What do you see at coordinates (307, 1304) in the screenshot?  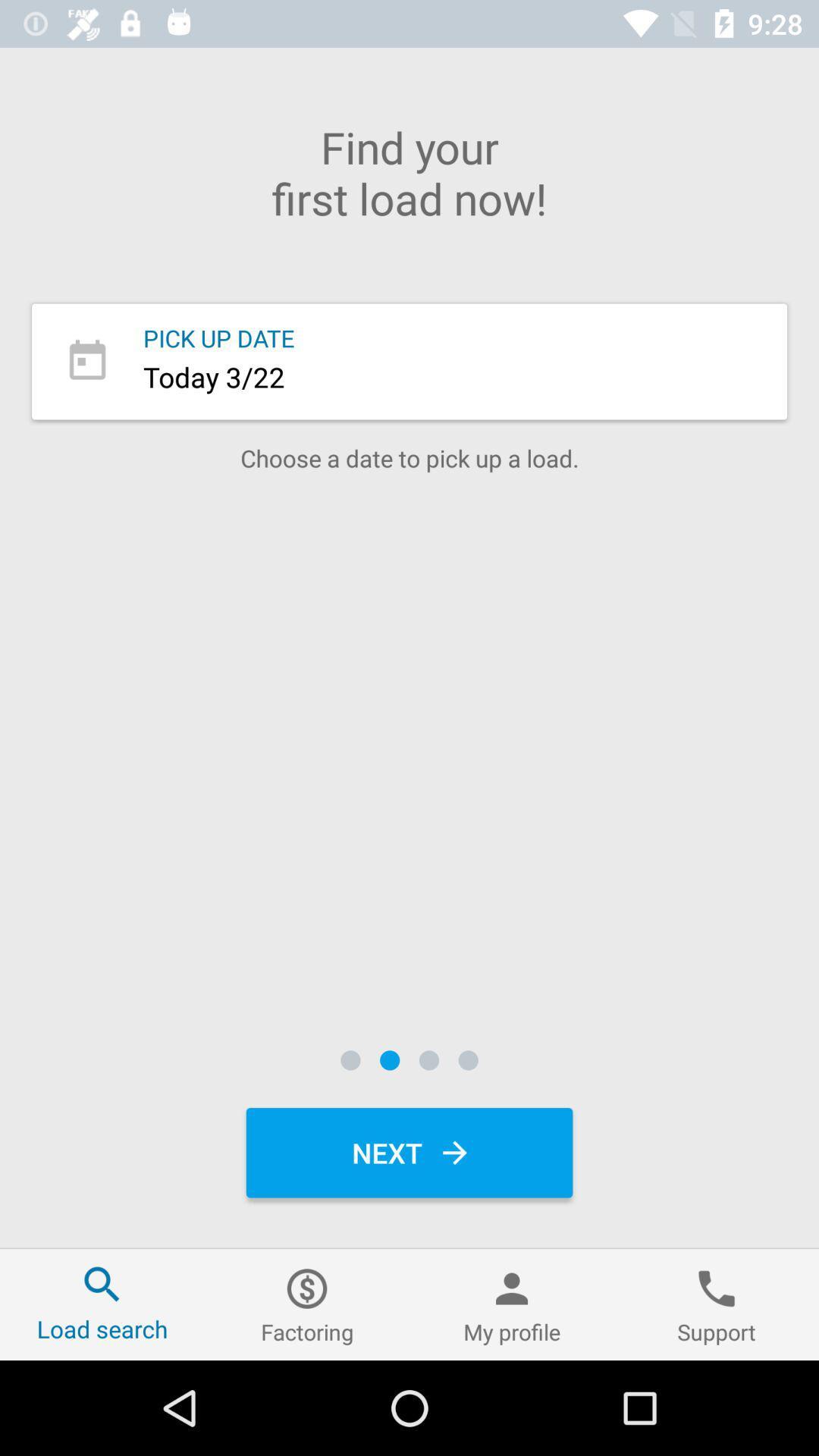 I see `the factoring` at bounding box center [307, 1304].